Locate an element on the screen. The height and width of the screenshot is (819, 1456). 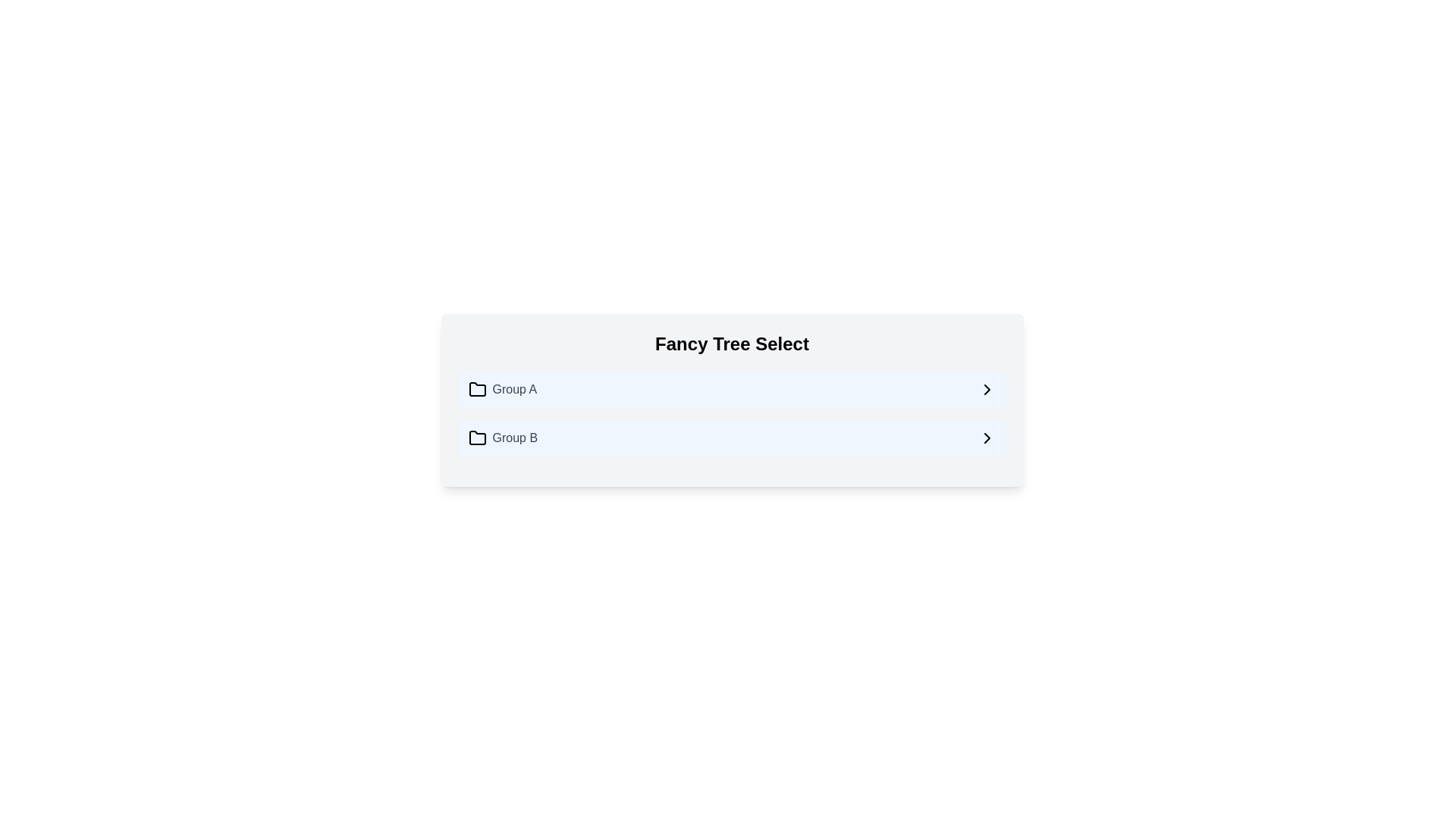
the right-pointing chevron arrow icon adjacent to the 'Group B' text is located at coordinates (987, 438).